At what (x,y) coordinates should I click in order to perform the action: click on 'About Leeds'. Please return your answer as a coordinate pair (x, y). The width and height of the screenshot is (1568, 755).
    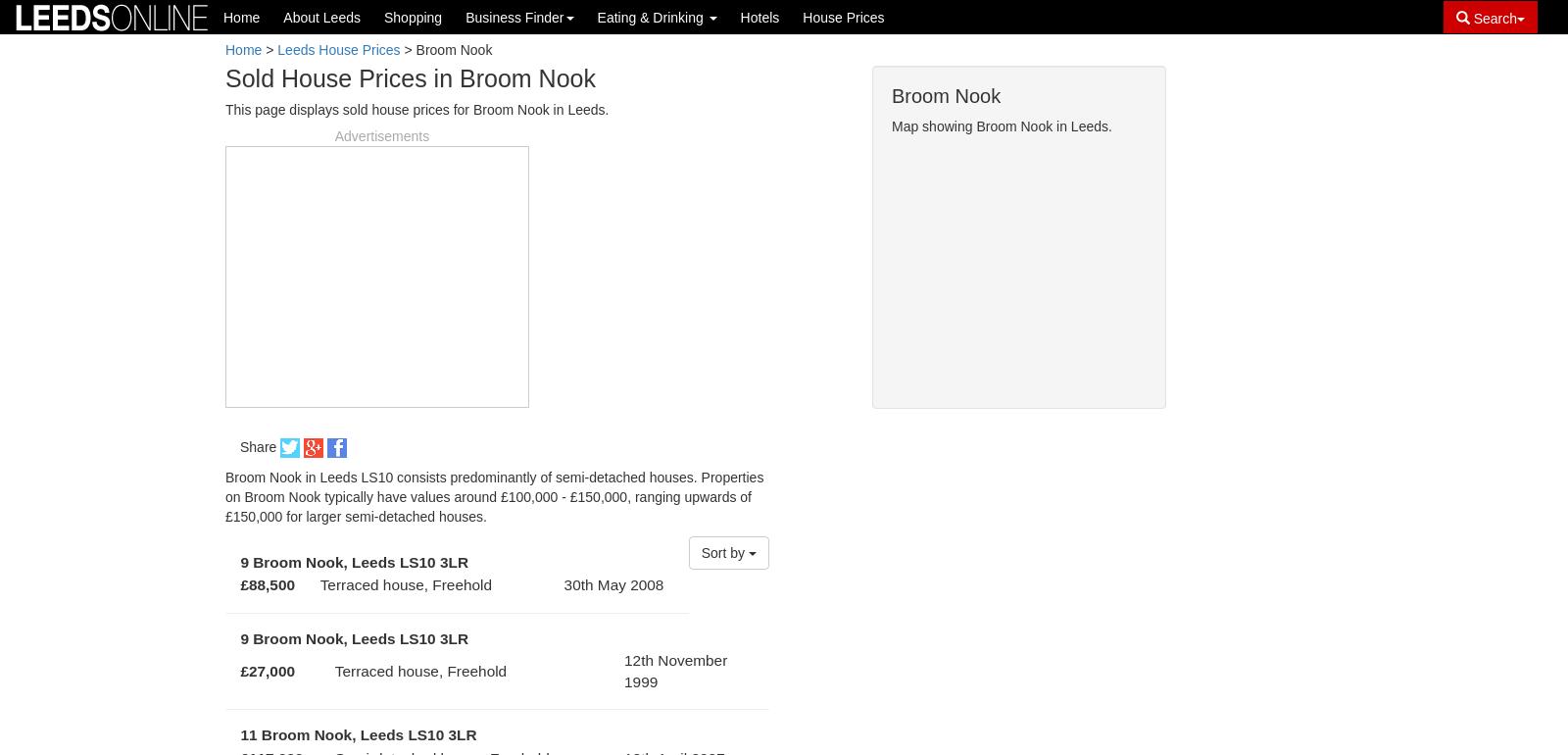
    Looking at the image, I should click on (282, 18).